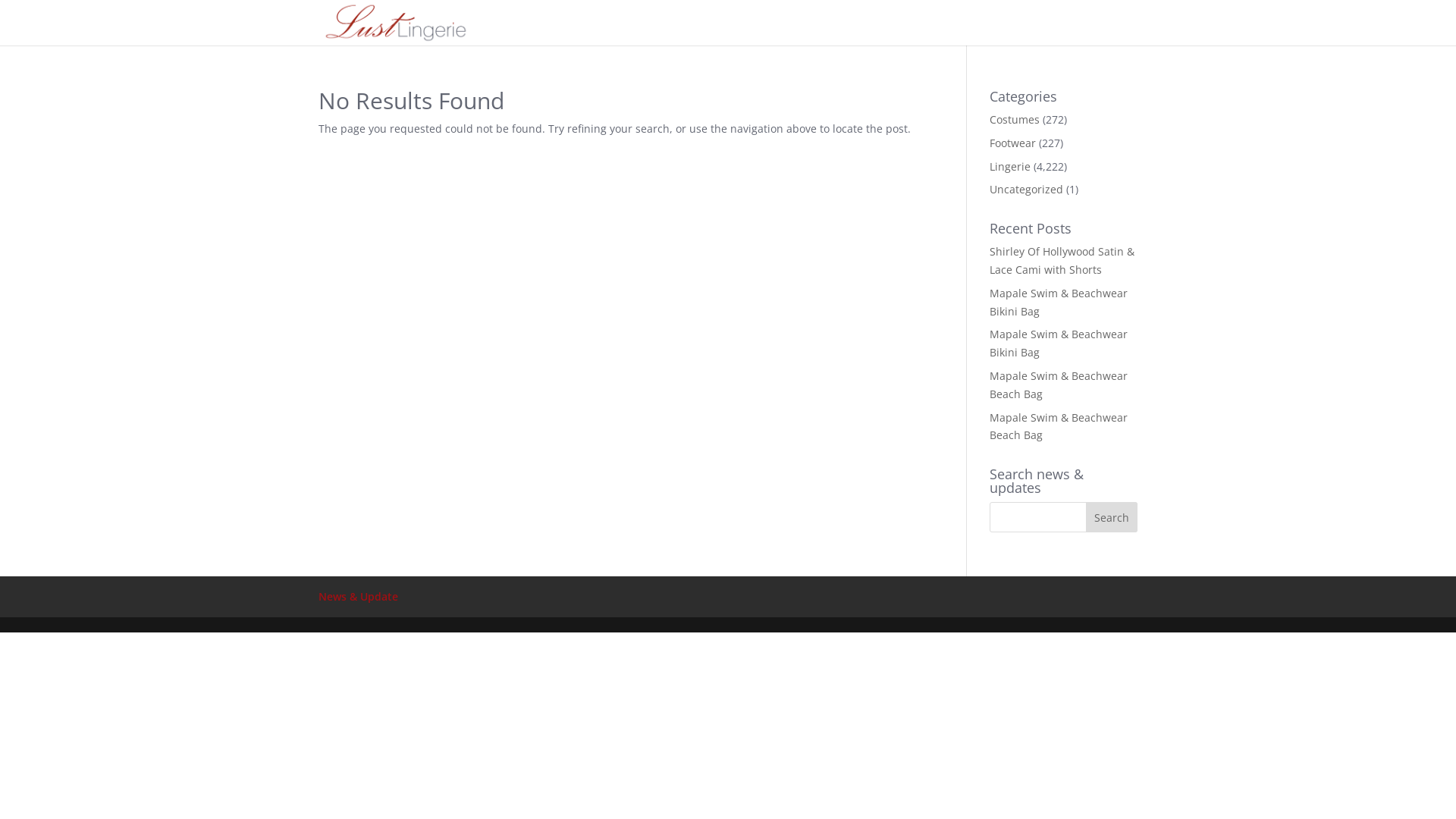  Describe the element at coordinates (1058, 426) in the screenshot. I see `'Mapale Swim & Beachwear Beach Bag'` at that location.